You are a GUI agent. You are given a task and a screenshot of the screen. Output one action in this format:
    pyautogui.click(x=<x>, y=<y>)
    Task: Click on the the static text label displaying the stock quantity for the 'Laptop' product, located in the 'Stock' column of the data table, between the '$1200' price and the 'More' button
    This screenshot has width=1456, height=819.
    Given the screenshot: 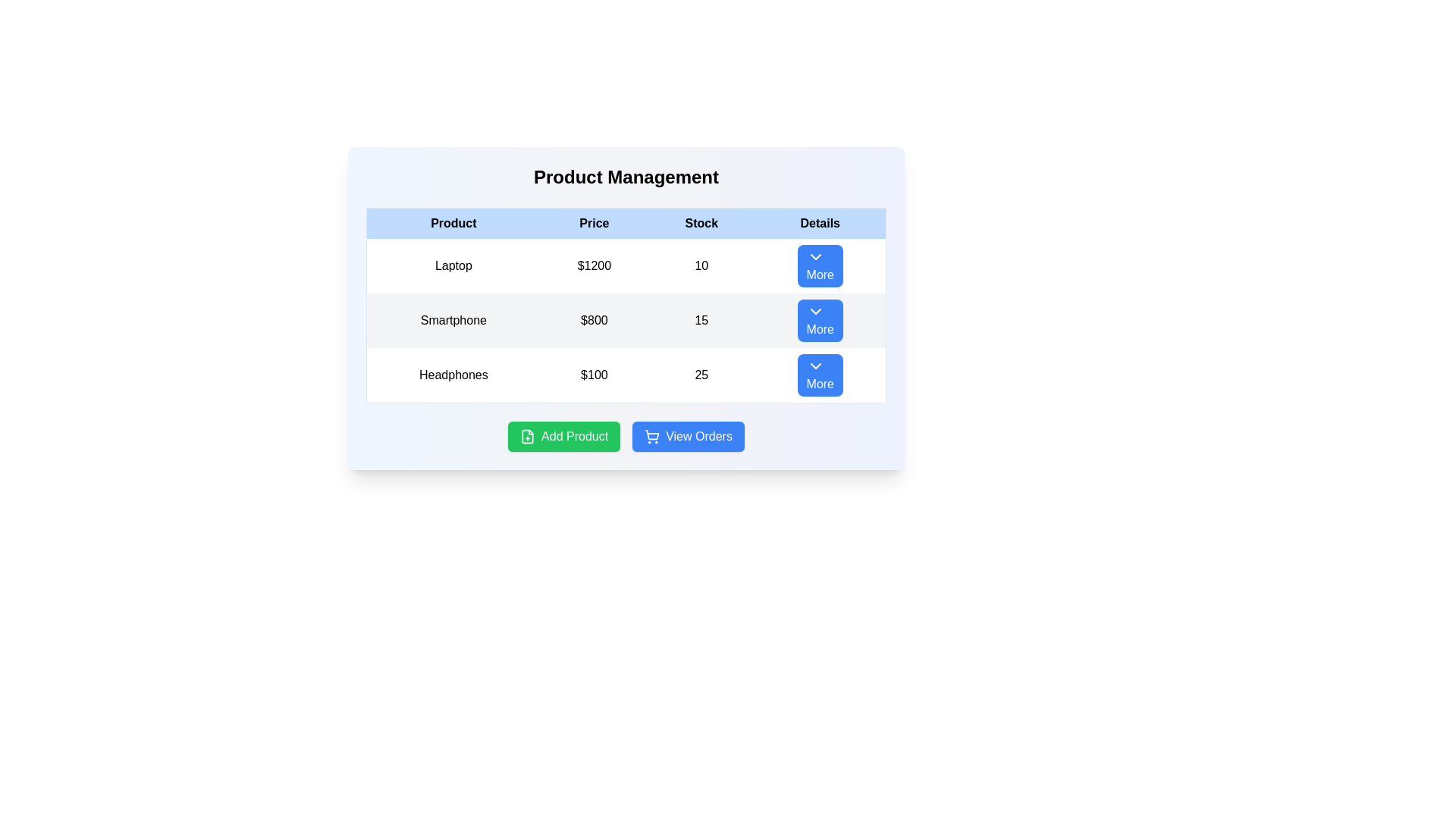 What is the action you would take?
    pyautogui.click(x=701, y=265)
    